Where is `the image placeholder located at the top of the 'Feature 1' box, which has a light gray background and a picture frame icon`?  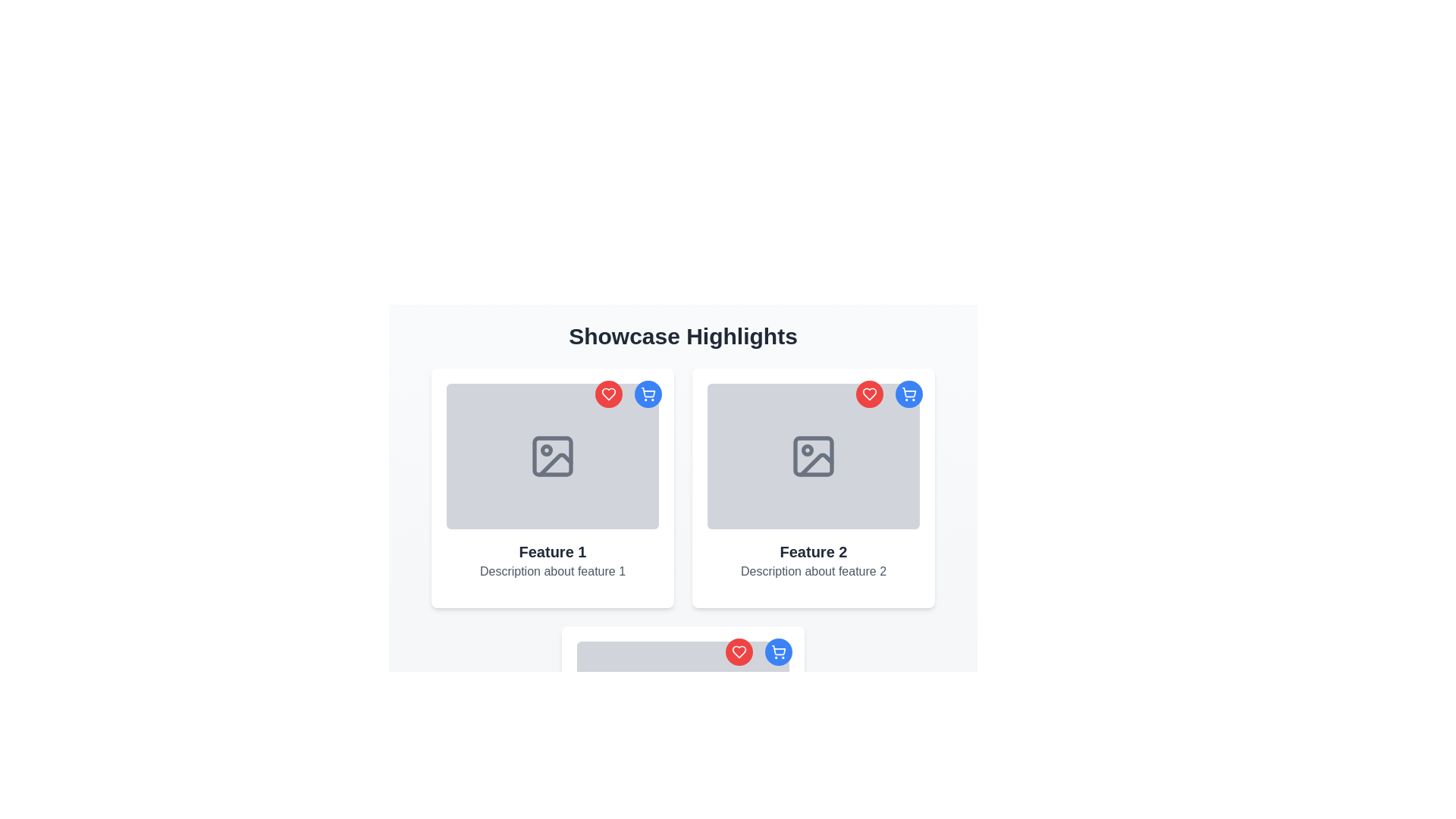 the image placeholder located at the top of the 'Feature 1' box, which has a light gray background and a picture frame icon is located at coordinates (552, 455).